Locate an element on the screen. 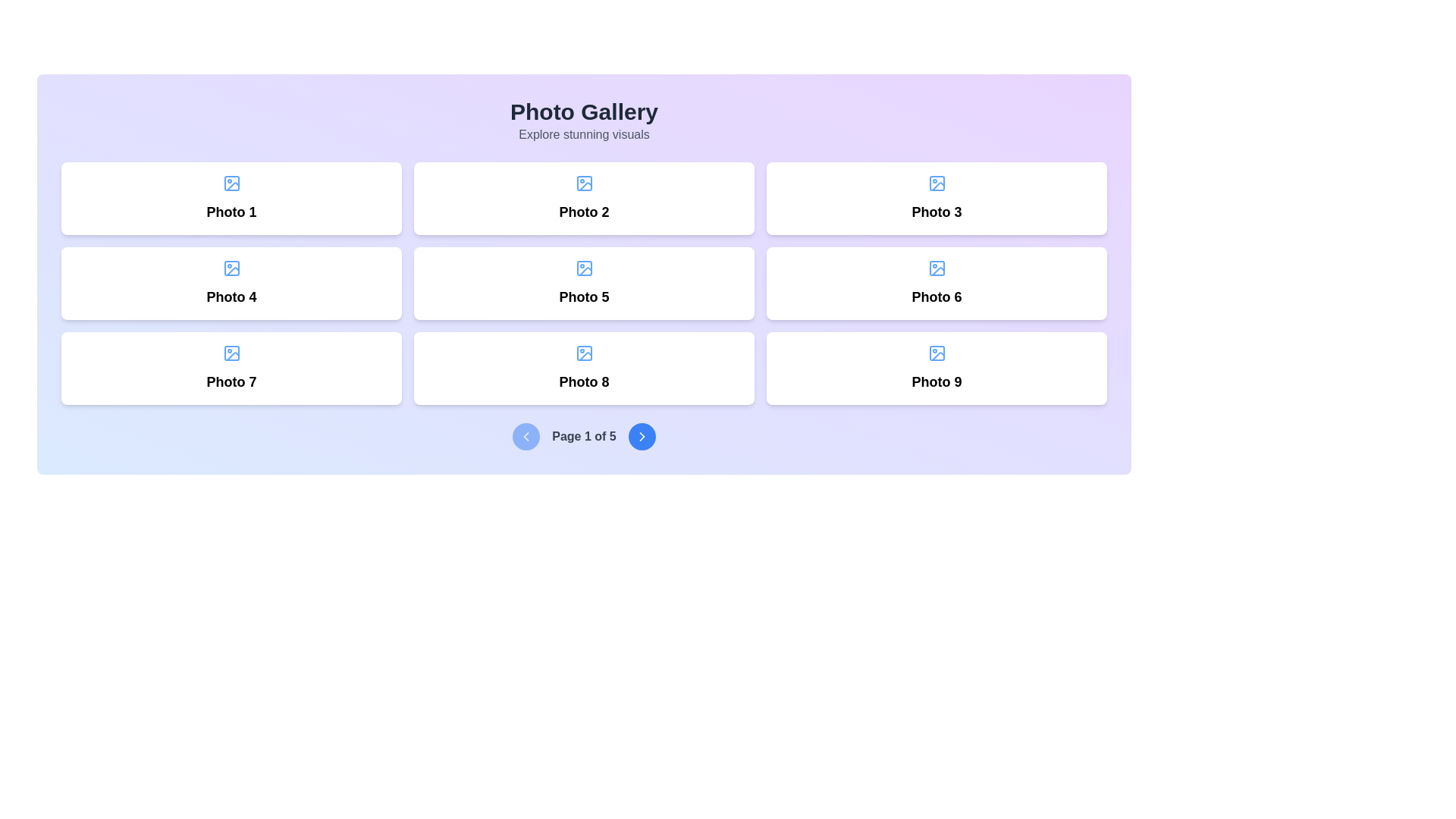  text label displaying 'Photo 4' which is styled with a bold and larger font size, located in the second row and second column of a grid of photo thumbnails, under an image icon is located at coordinates (231, 297).